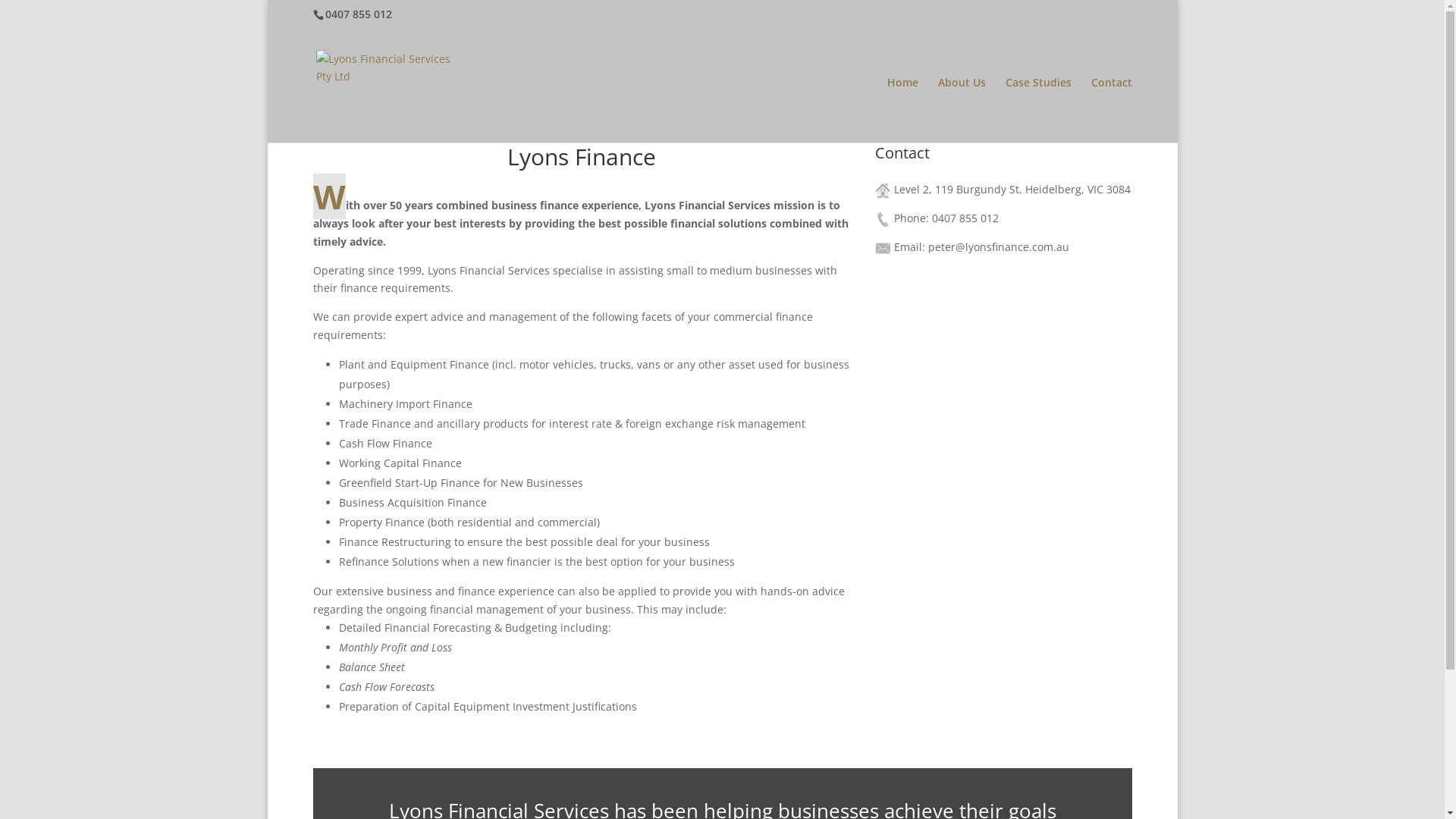 Image resolution: width=1456 pixels, height=819 pixels. Describe the element at coordinates (1037, 109) in the screenshot. I see `'Case Studies'` at that location.